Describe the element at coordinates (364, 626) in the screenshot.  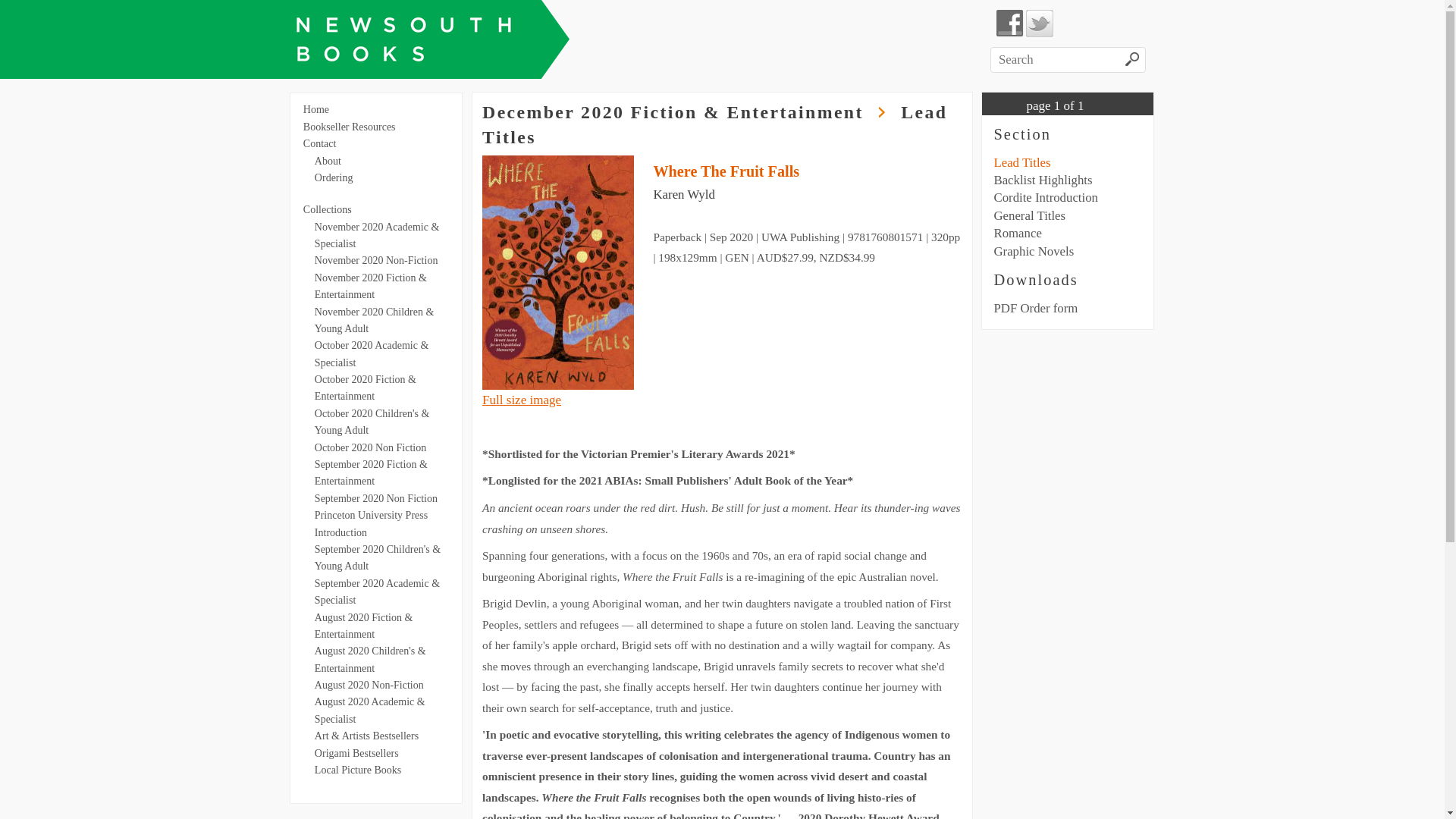
I see `'August 2020 Fiction & Entertainment'` at that location.